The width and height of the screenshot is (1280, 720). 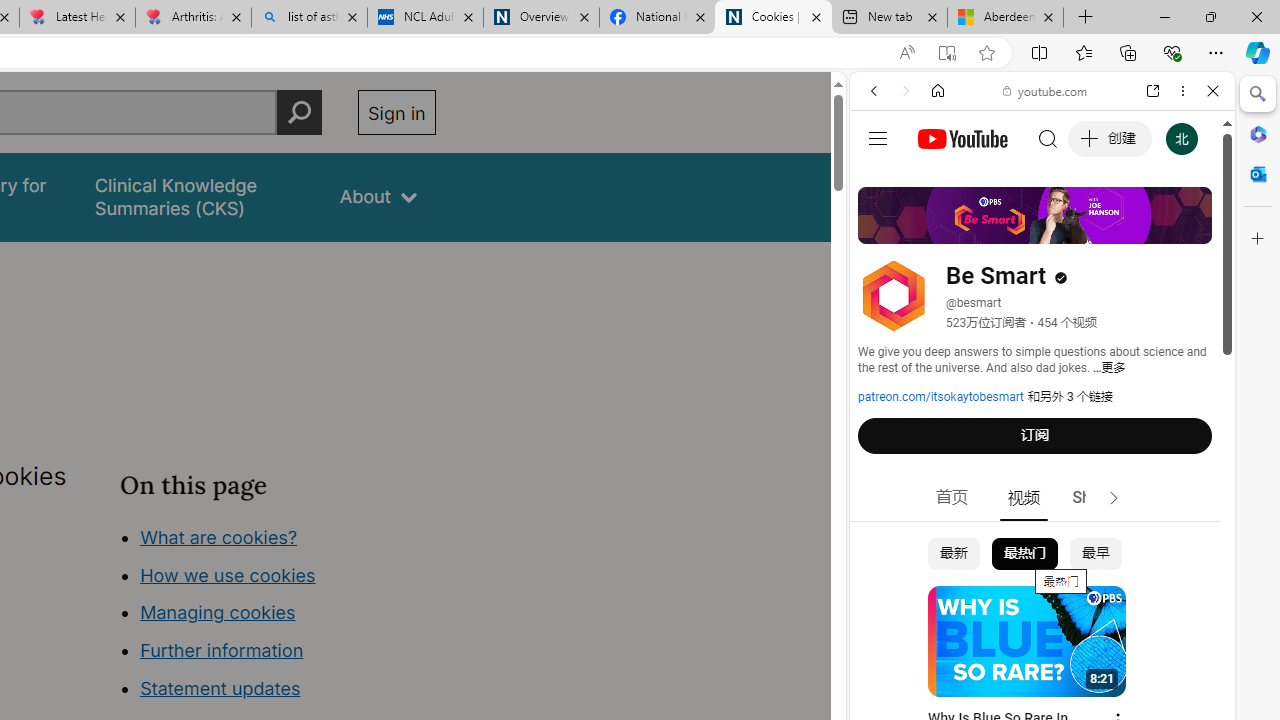 What do you see at coordinates (1092, 227) in the screenshot?
I see `'SEARCH TOOLS'` at bounding box center [1092, 227].